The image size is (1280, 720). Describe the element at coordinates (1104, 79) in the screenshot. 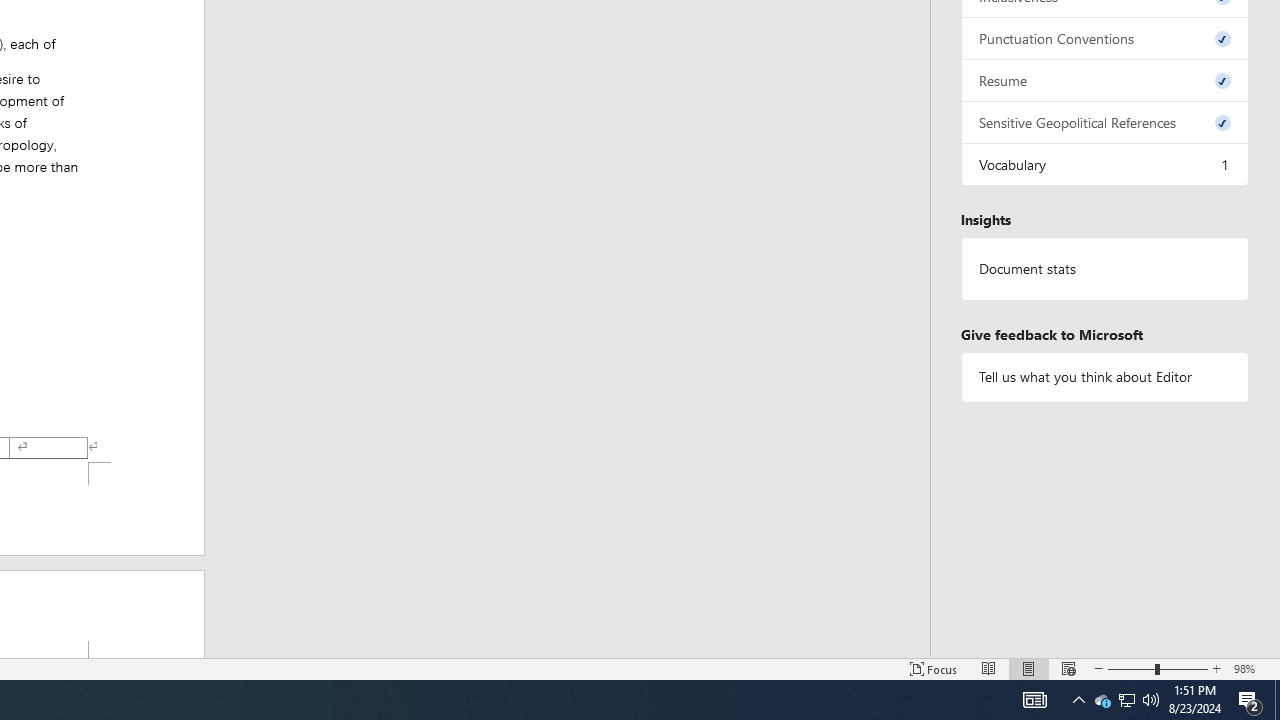

I see `'Resume, 0 issues. Press space or enter to review items.'` at that location.